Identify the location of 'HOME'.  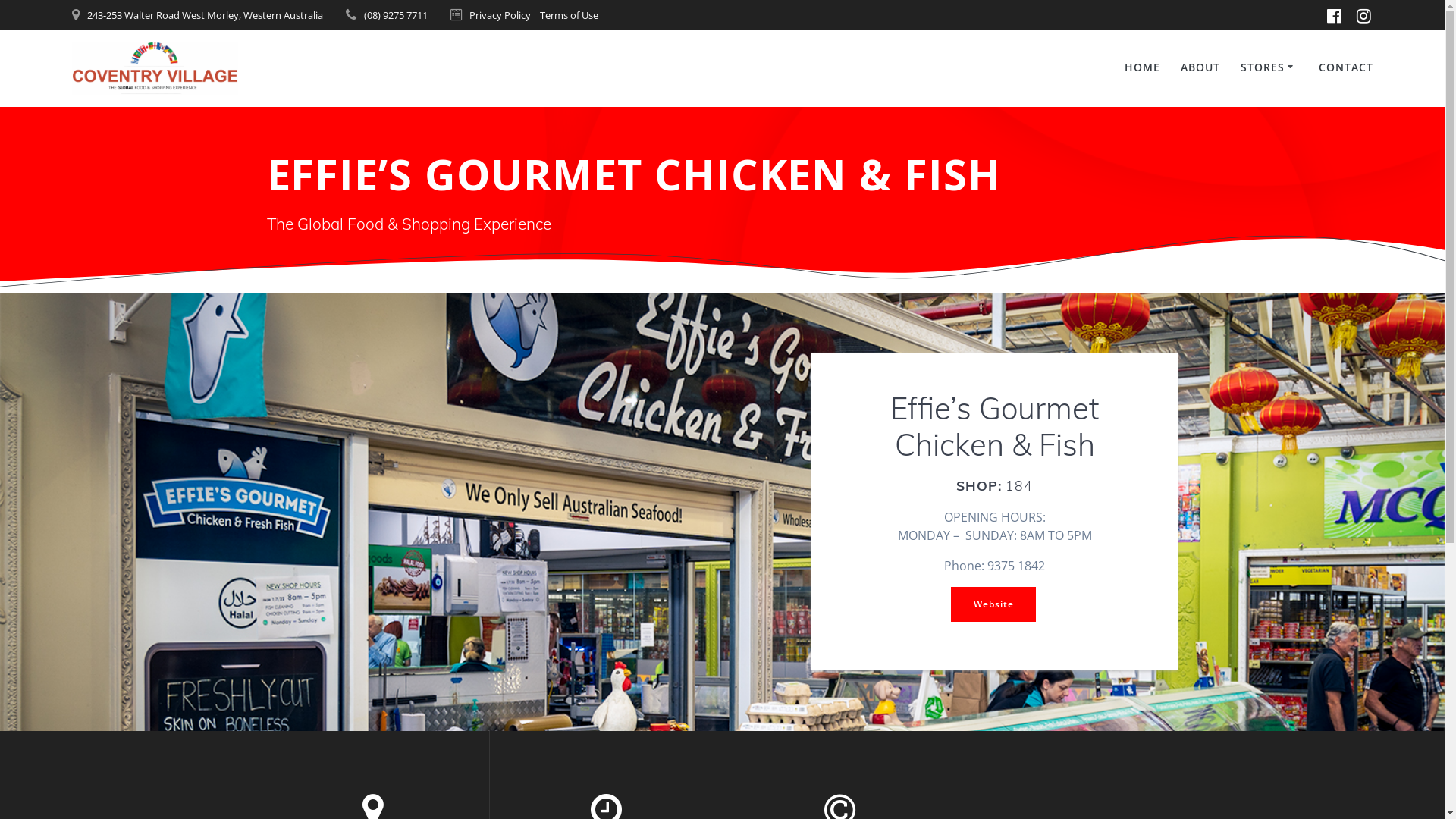
(1142, 68).